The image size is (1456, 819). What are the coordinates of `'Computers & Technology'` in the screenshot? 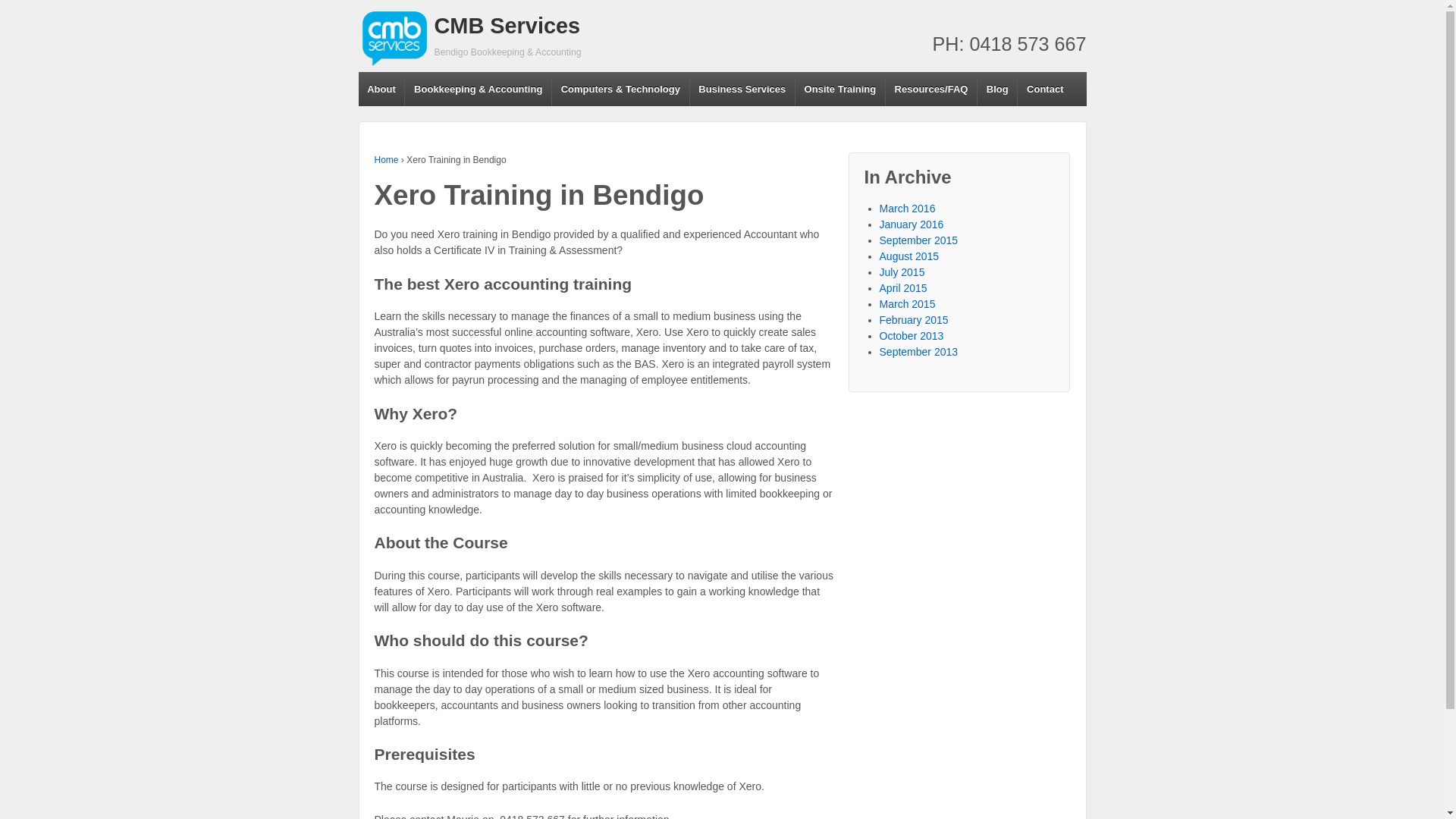 It's located at (550, 89).